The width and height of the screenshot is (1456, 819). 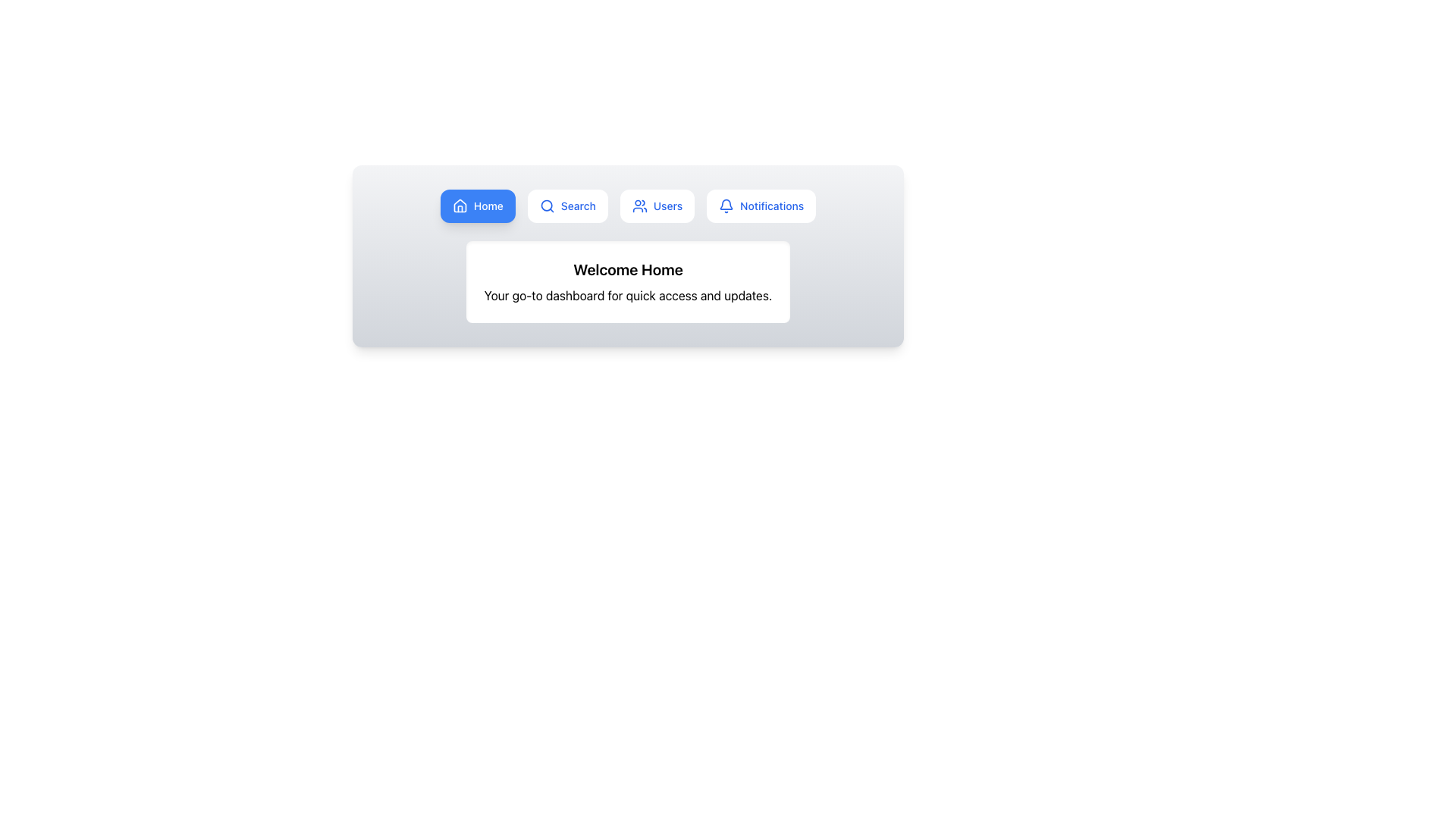 What do you see at coordinates (459, 206) in the screenshot?
I see `the home icon located on the leftmost side of the 'Home' button in the horizontal navigation bar to redirect to the main page or dashboard` at bounding box center [459, 206].